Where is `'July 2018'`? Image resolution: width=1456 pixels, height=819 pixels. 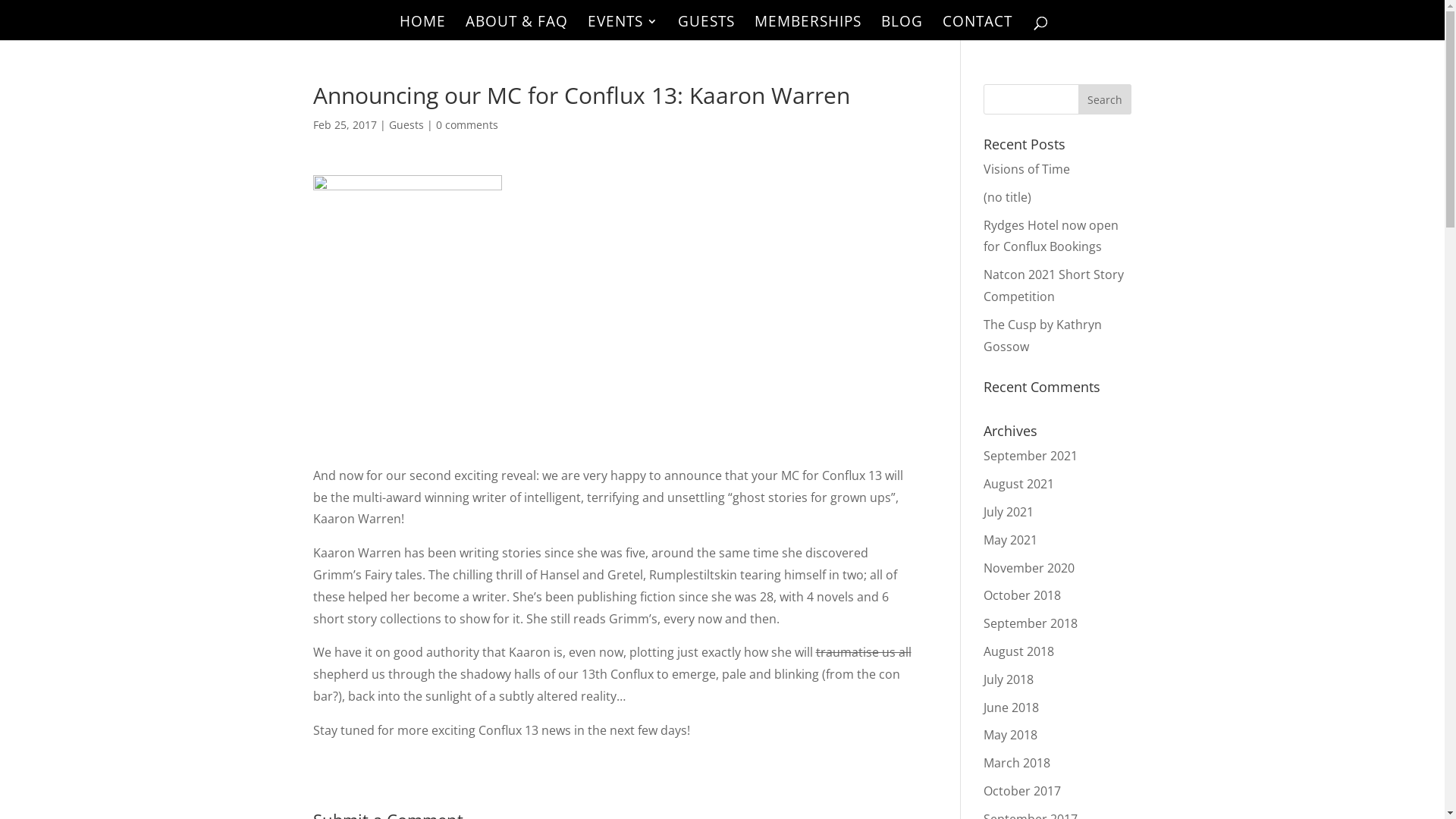
'July 2018' is located at coordinates (983, 678).